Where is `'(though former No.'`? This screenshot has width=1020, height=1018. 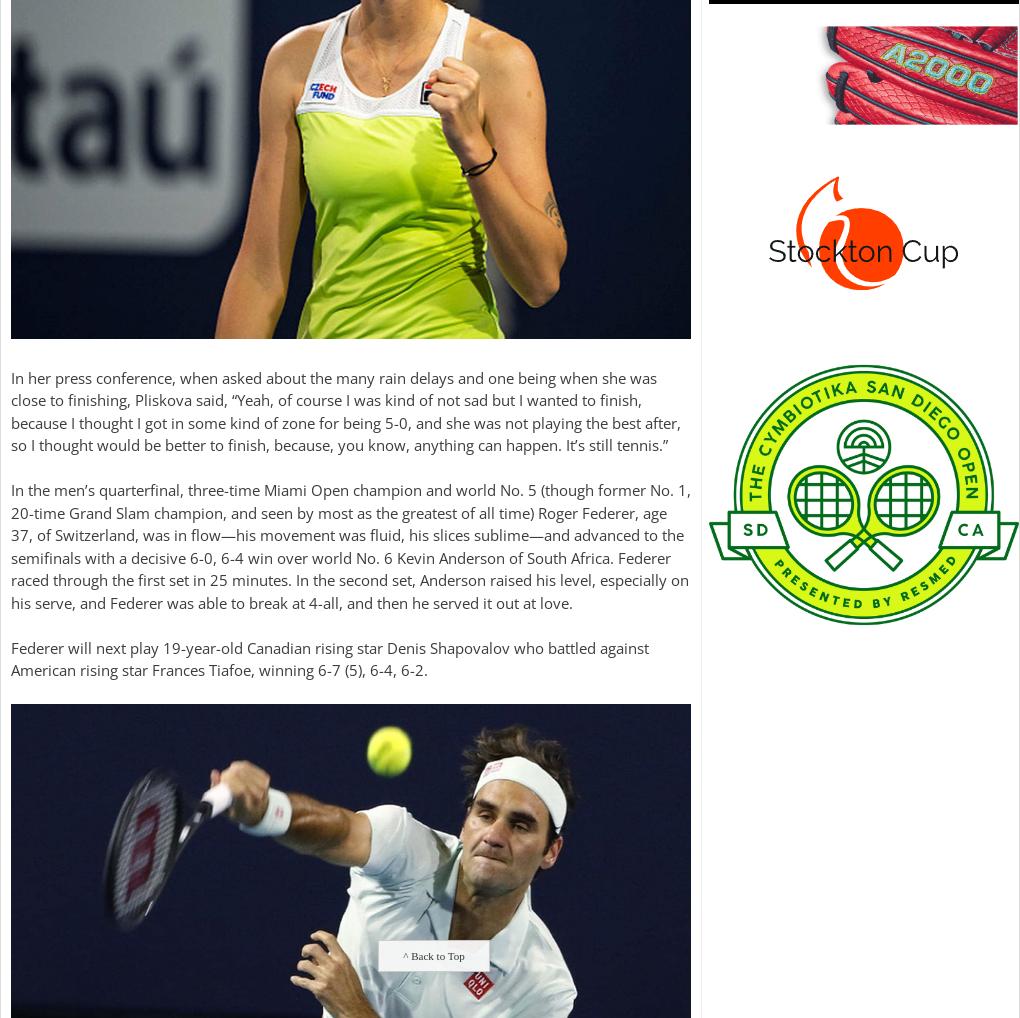 '(though former No.' is located at coordinates (606, 489).